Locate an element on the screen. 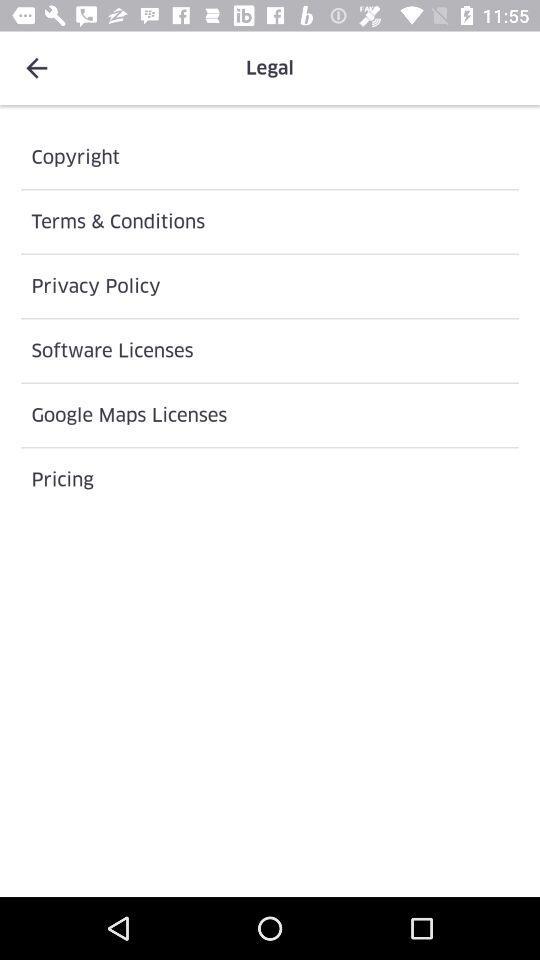 This screenshot has height=960, width=540. terms & conditions icon is located at coordinates (270, 221).